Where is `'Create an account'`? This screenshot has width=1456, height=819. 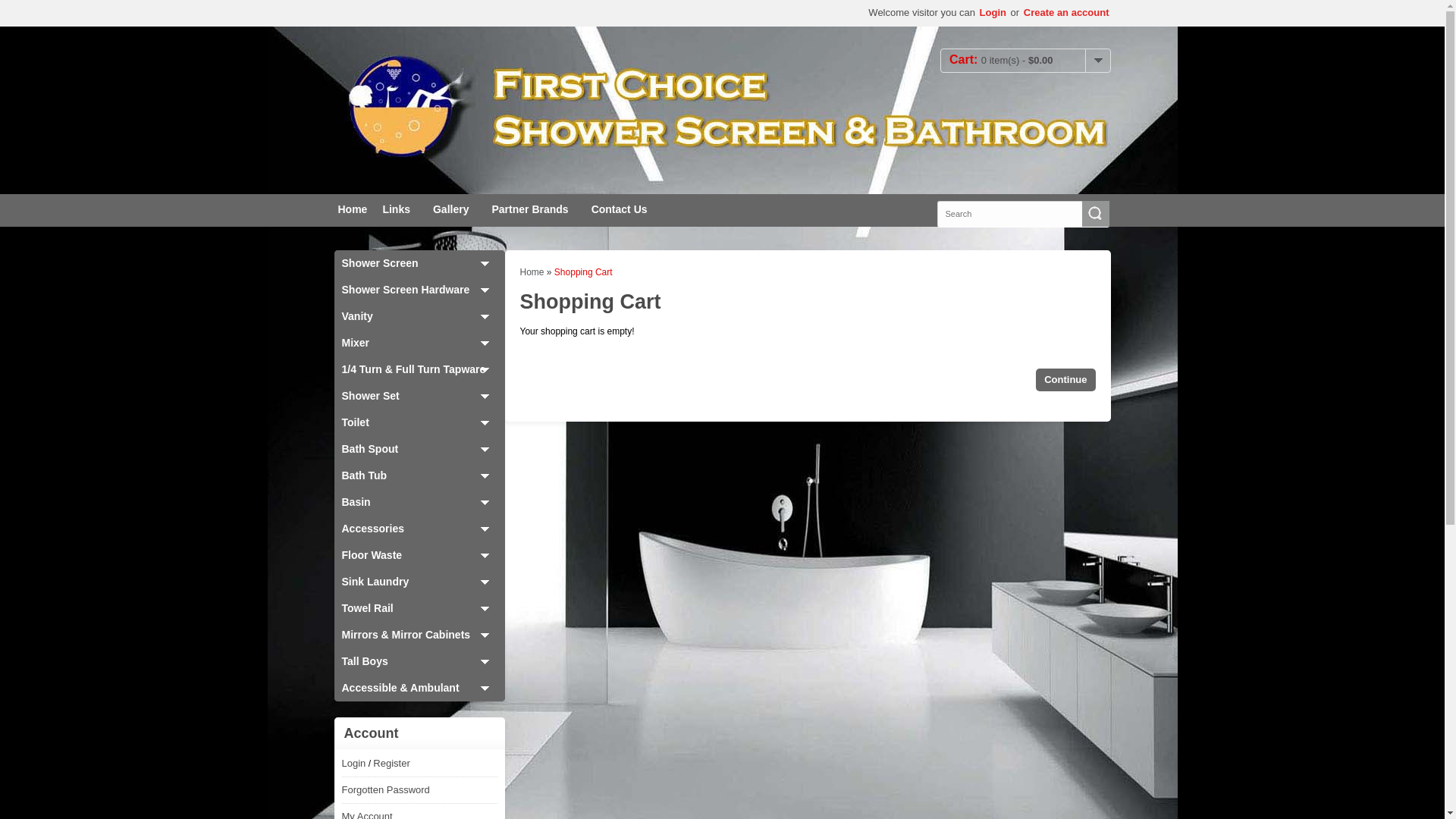
'Create an account' is located at coordinates (1065, 12).